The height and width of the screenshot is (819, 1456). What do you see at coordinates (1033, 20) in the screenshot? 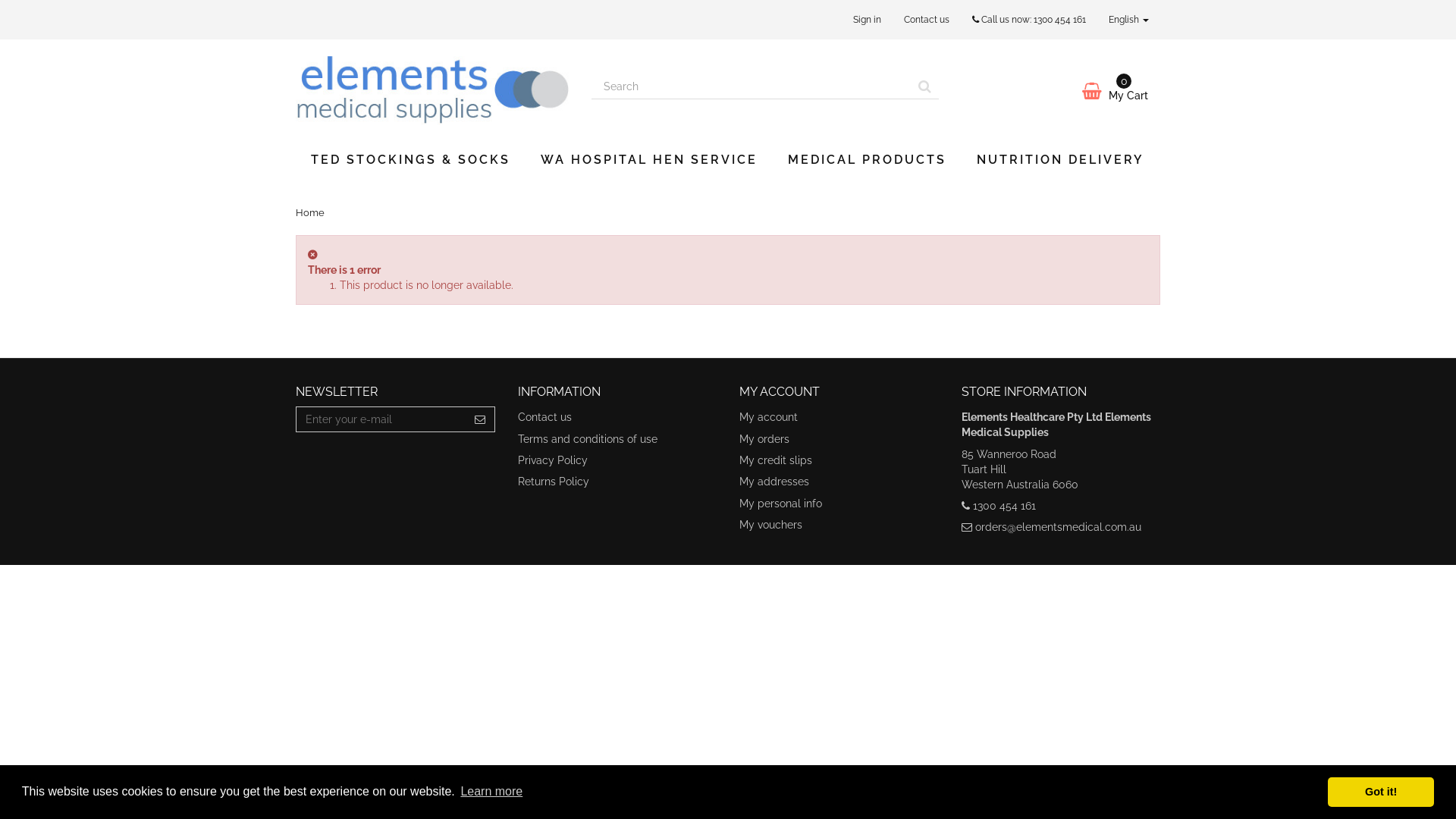
I see `'1300 454 161'` at bounding box center [1033, 20].